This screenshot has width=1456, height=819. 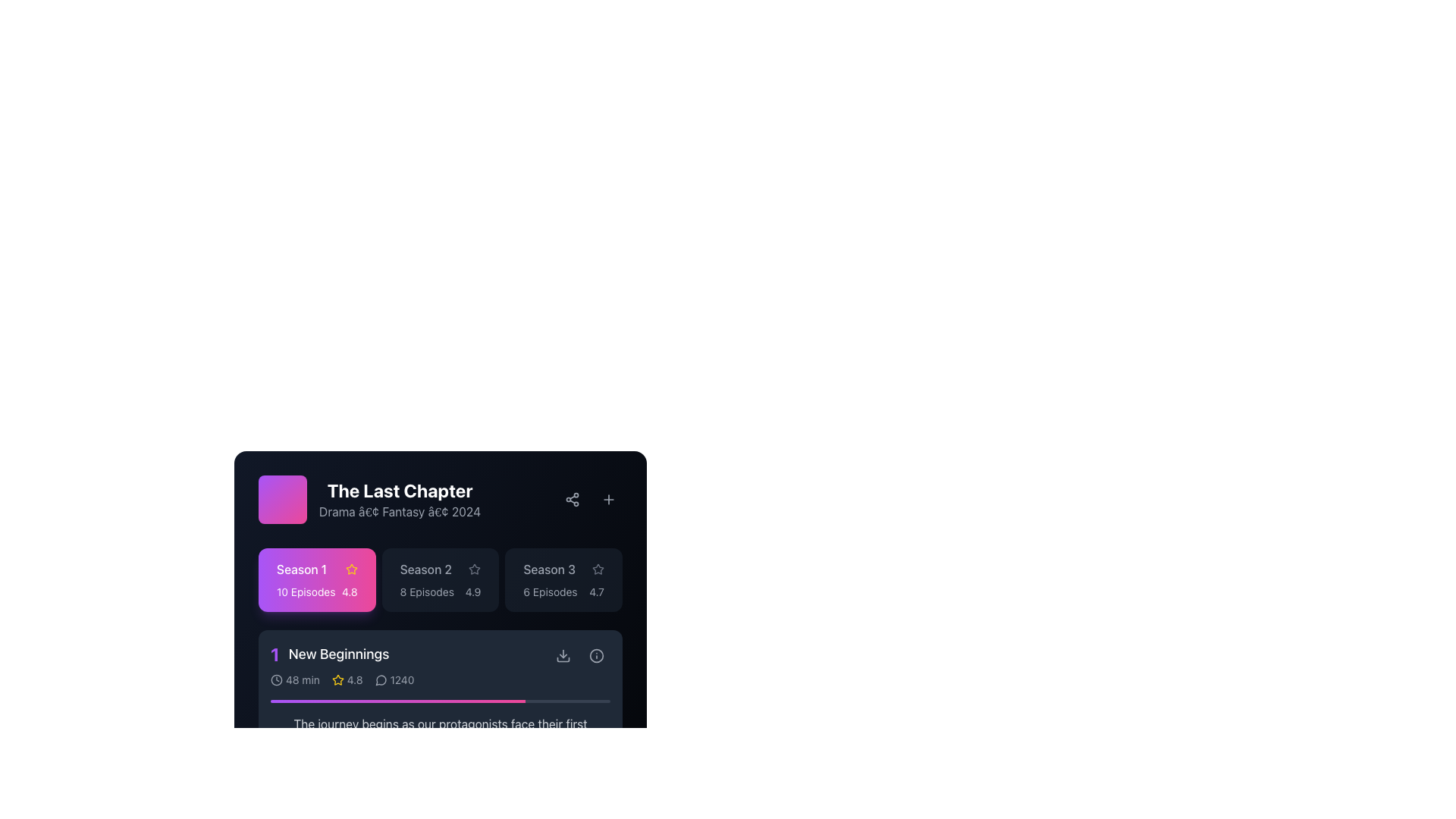 I want to click on the header element that introduces 'The Last Chapter' which is located above the Season buttons, so click(x=439, y=500).